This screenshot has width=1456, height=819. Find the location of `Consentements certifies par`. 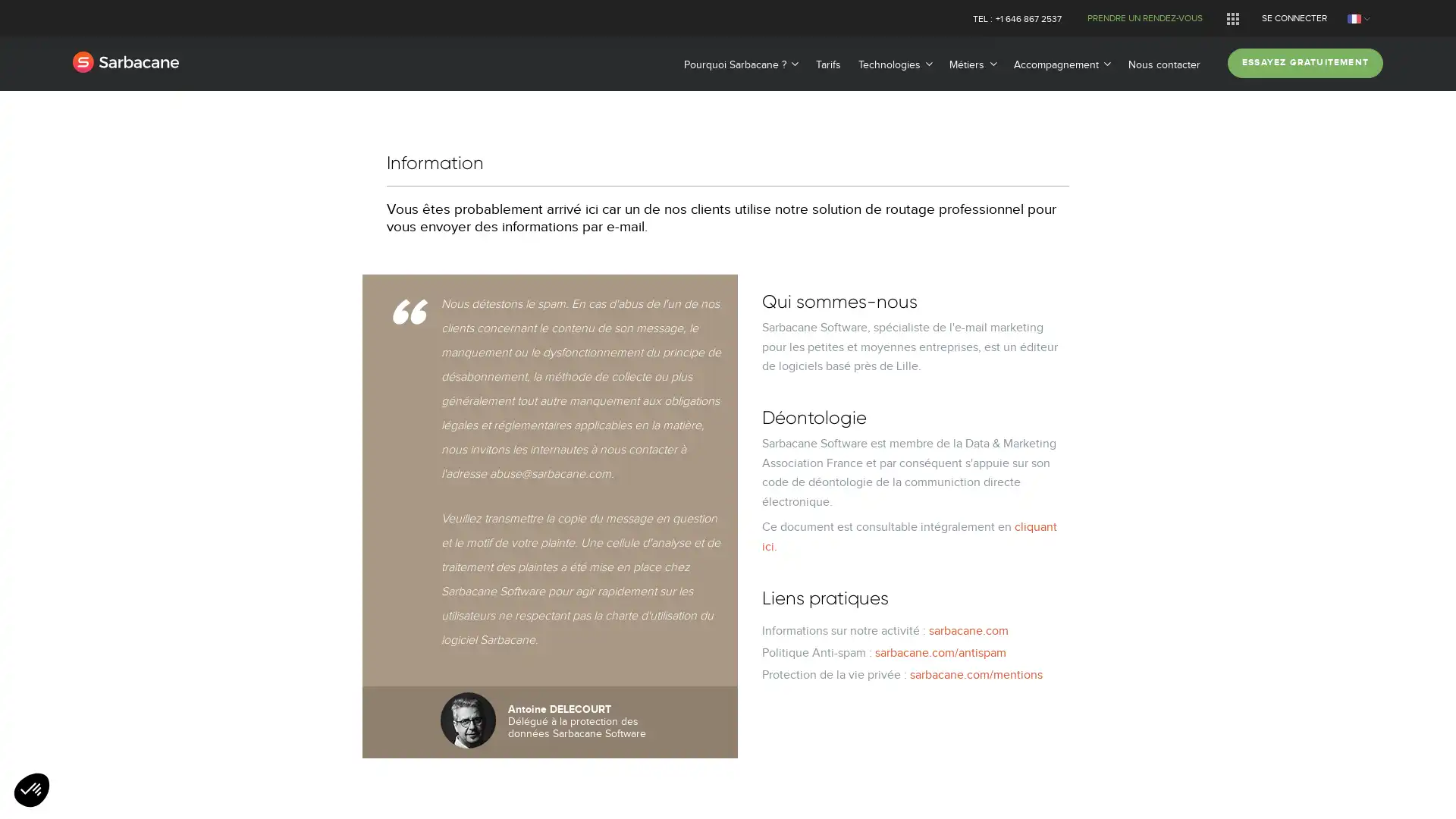

Consentements certifies par is located at coordinates (726, 486).